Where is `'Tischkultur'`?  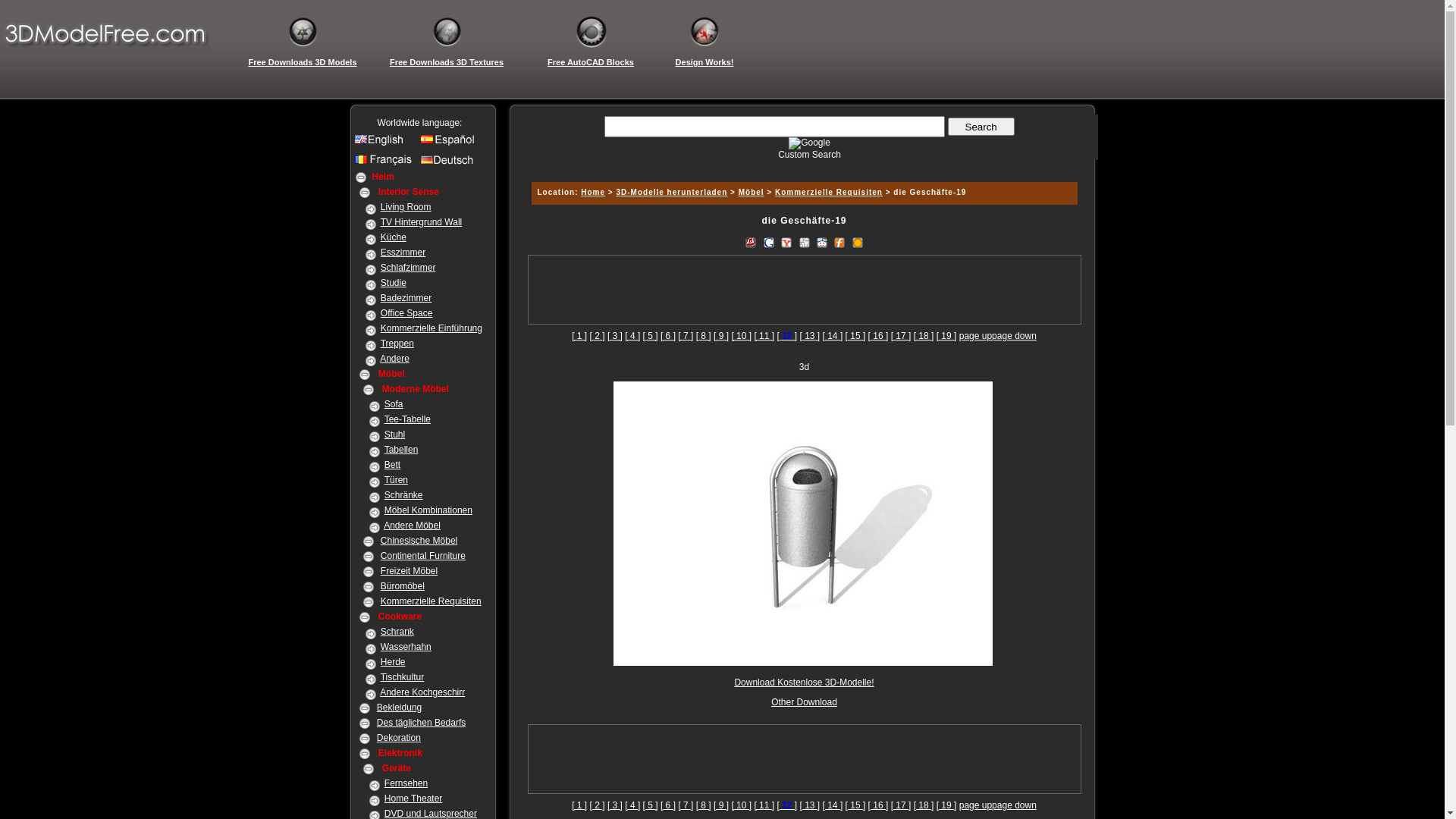
'Tischkultur' is located at coordinates (403, 676).